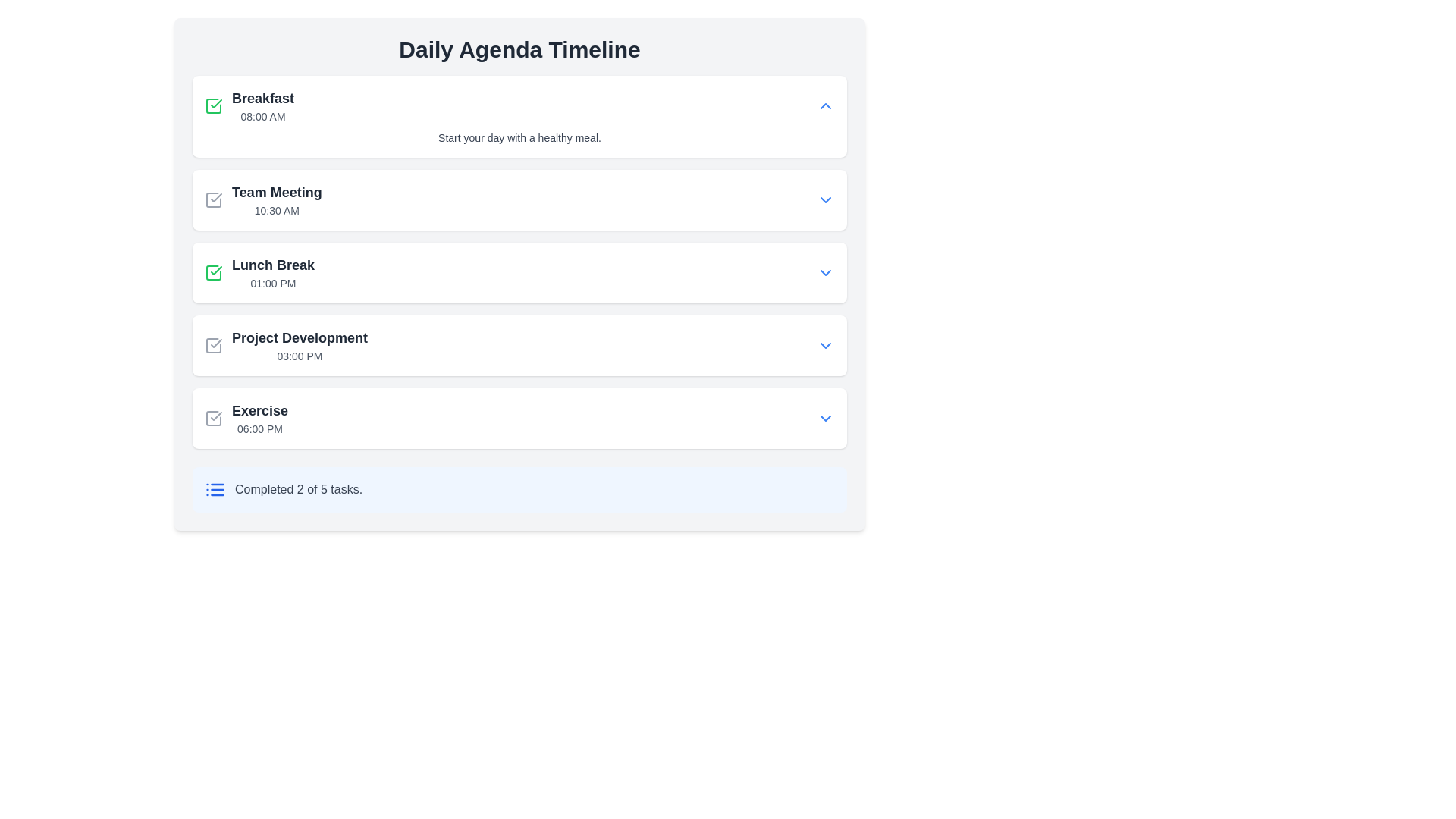 Image resolution: width=1456 pixels, height=819 pixels. Describe the element at coordinates (213, 418) in the screenshot. I see `the Checkbox icon, which is a square icon with a checkmark inside, located to the left of the 'Exercise' text and above the '06:00 PM' text in the last list item of the agenda` at that location.